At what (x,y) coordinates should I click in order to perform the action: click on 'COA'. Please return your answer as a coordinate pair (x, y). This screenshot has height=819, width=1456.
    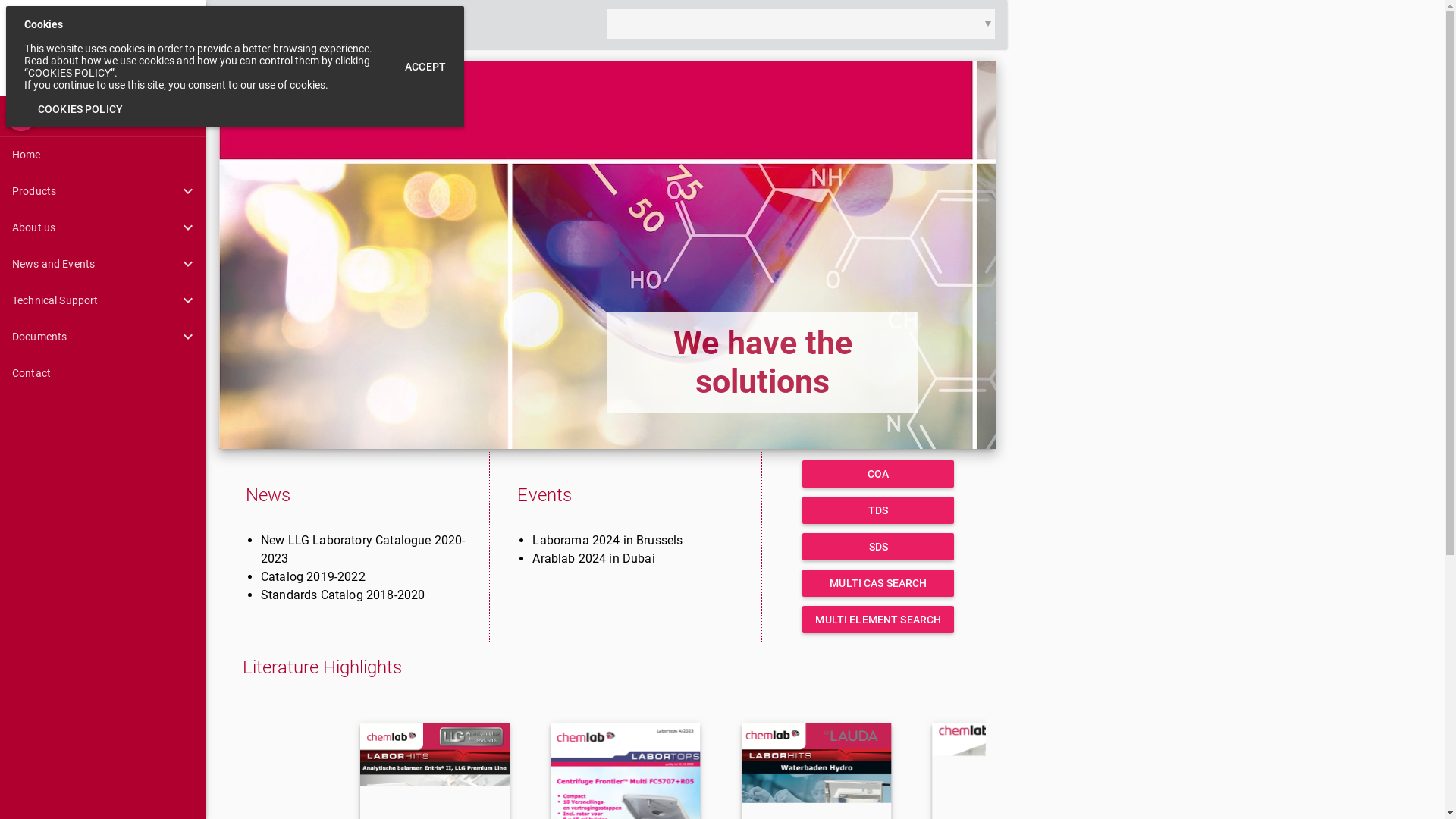
    Looking at the image, I should click on (801, 472).